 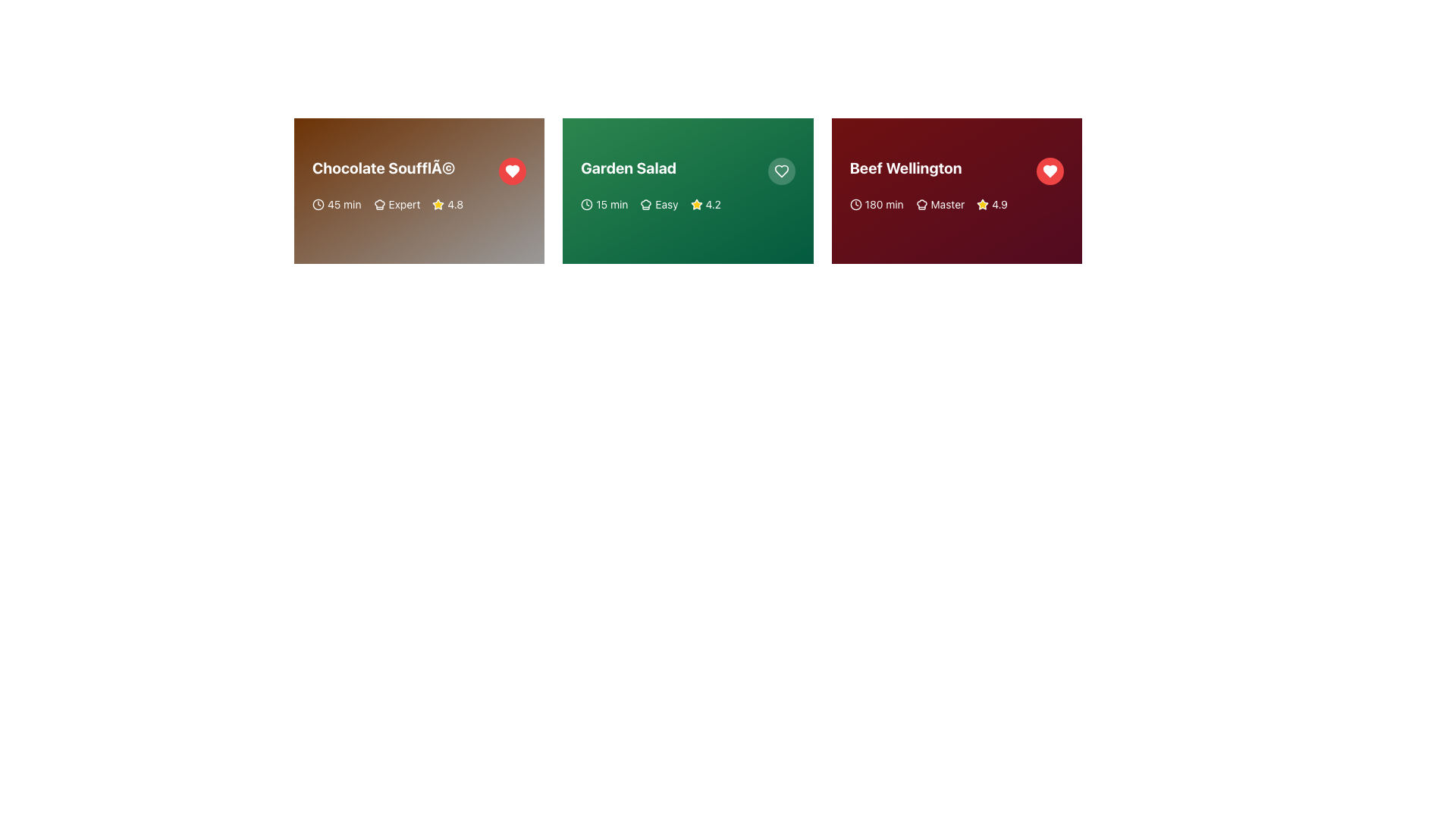 I want to click on the Rating display element located beneath the title 'Chocolate Soufflé', which shows the rating of the associated dish, being the third item from the left, so click(x=447, y=205).